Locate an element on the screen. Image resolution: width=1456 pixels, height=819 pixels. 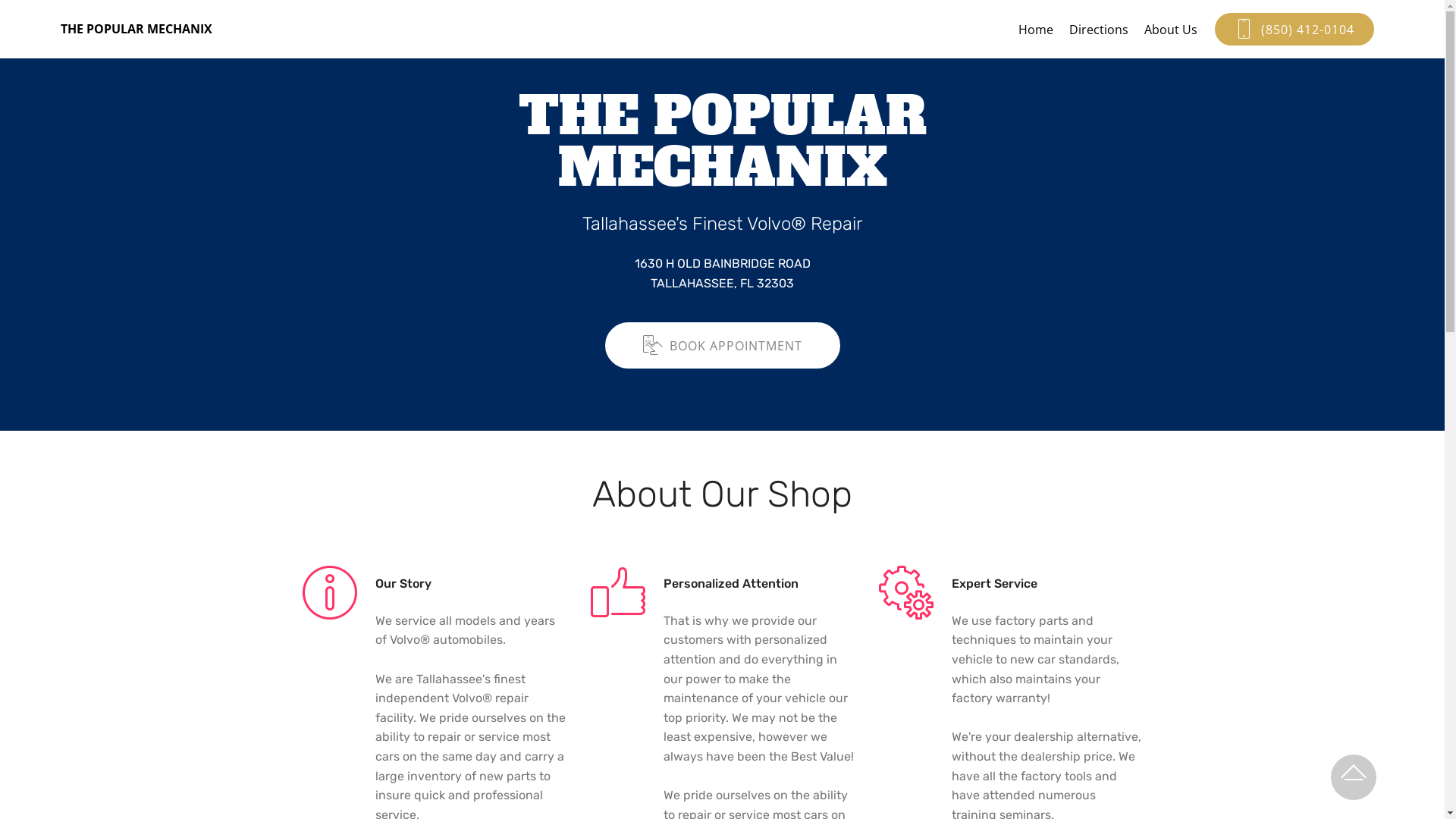
'THE POPULAR MECHANIX' is located at coordinates (149, 29).